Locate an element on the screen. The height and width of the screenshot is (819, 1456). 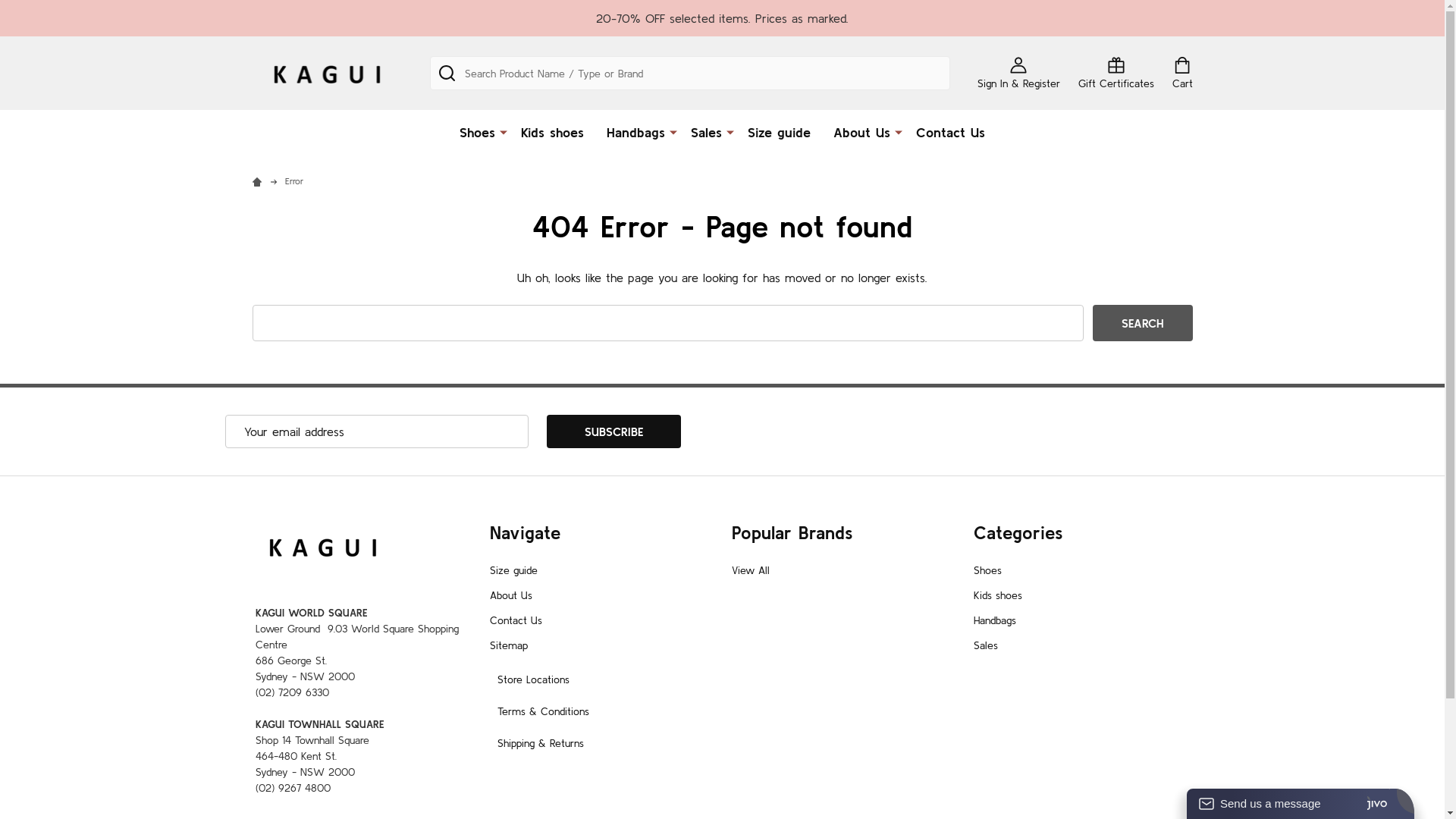
'Terms & Conditions' is located at coordinates (543, 711).